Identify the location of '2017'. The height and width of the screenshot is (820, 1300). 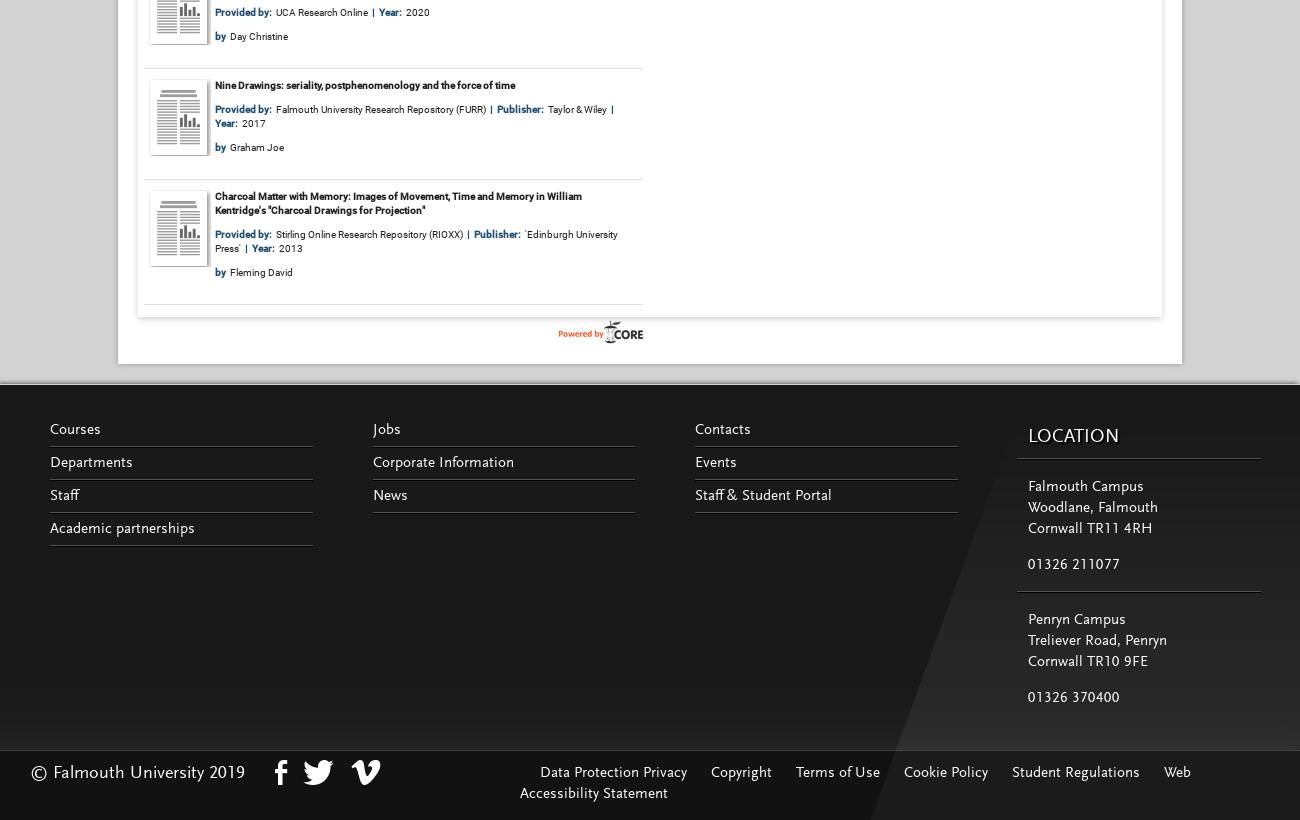
(253, 121).